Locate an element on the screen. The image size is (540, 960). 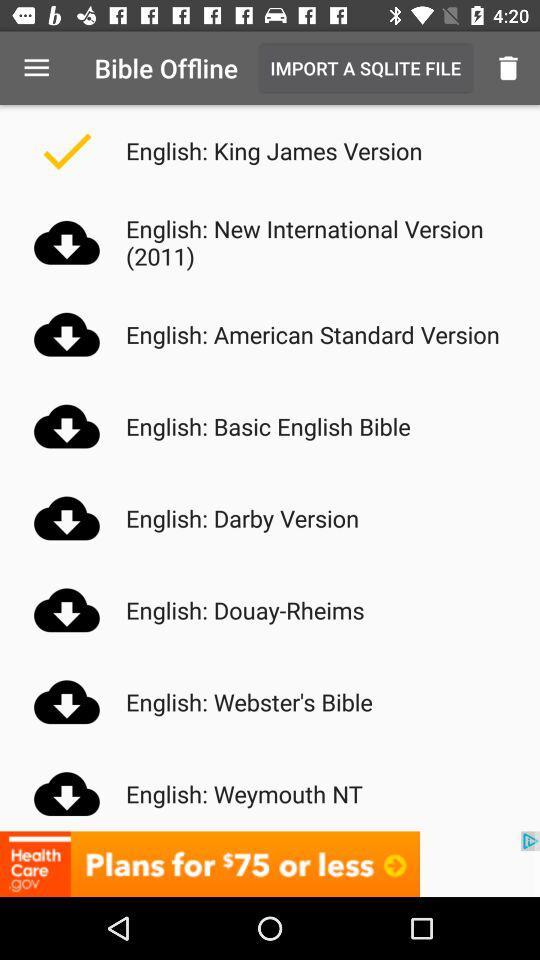
lower advertisement bar is located at coordinates (270, 863).